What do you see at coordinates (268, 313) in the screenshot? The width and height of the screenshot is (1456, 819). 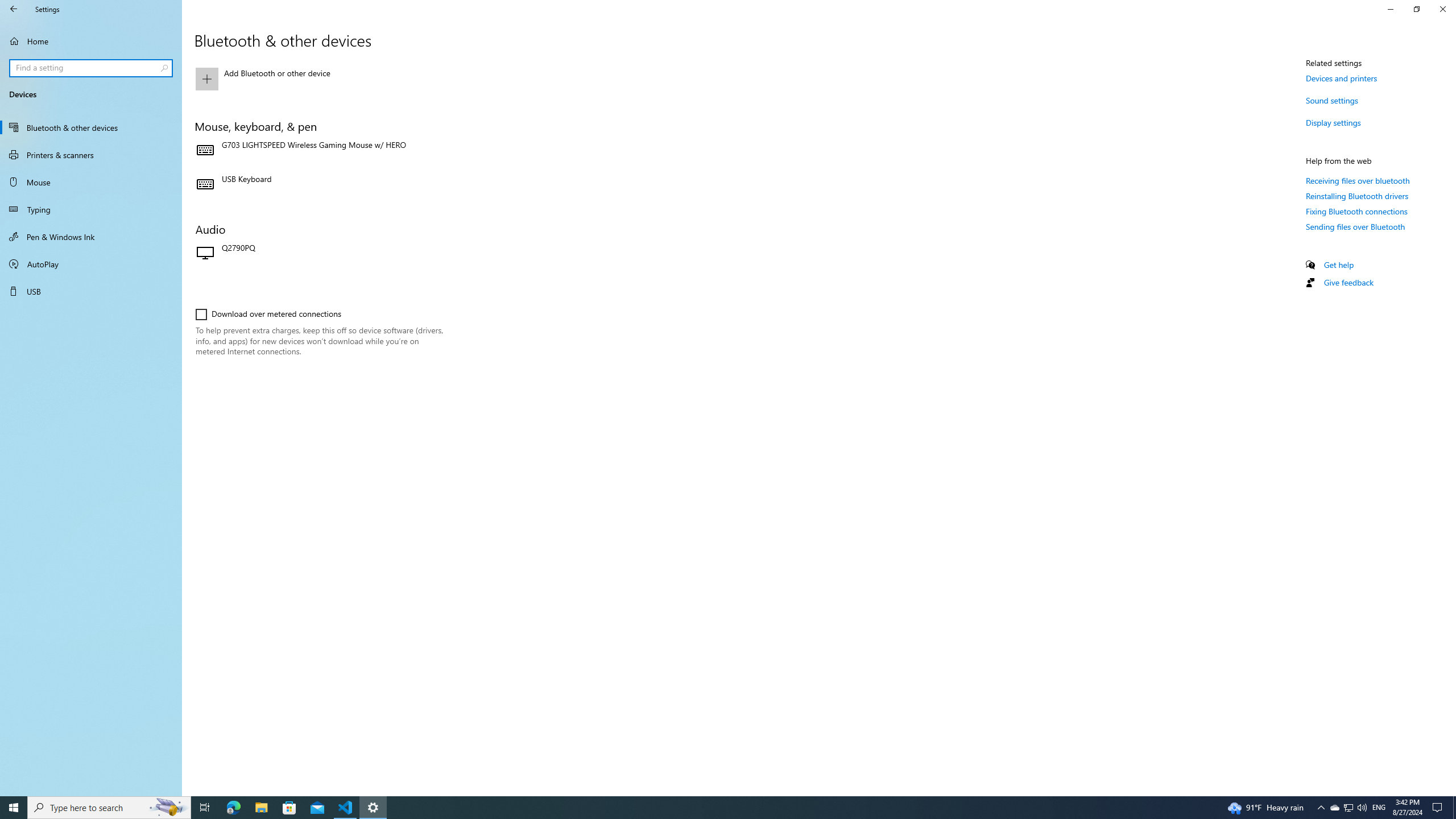 I see `'Download over metered connections'` at bounding box center [268, 313].